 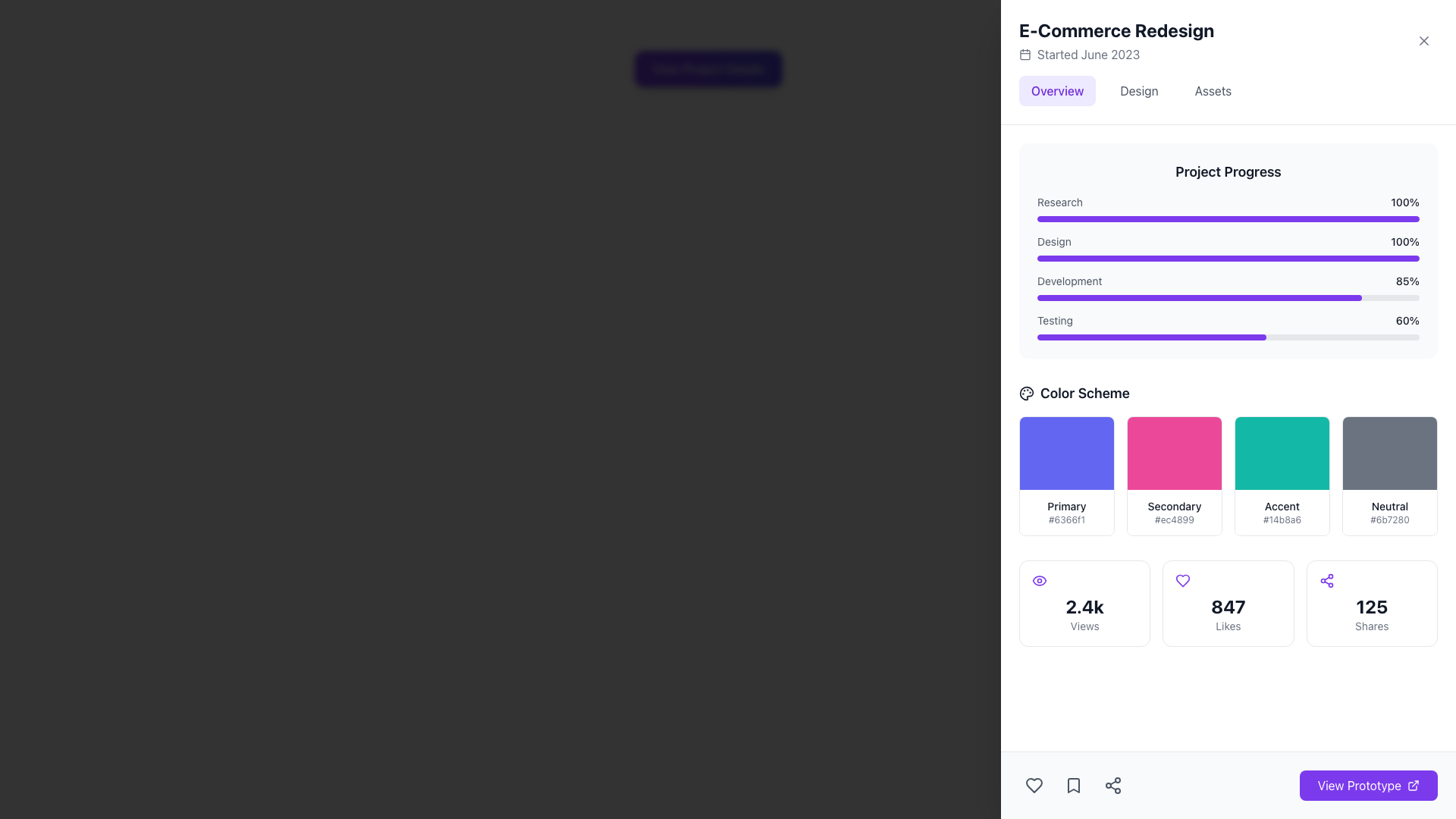 What do you see at coordinates (1372, 626) in the screenshot?
I see `the Text label that describes the number of shares, which is located in the bottom right corner of the interface below the larger text '125'` at bounding box center [1372, 626].